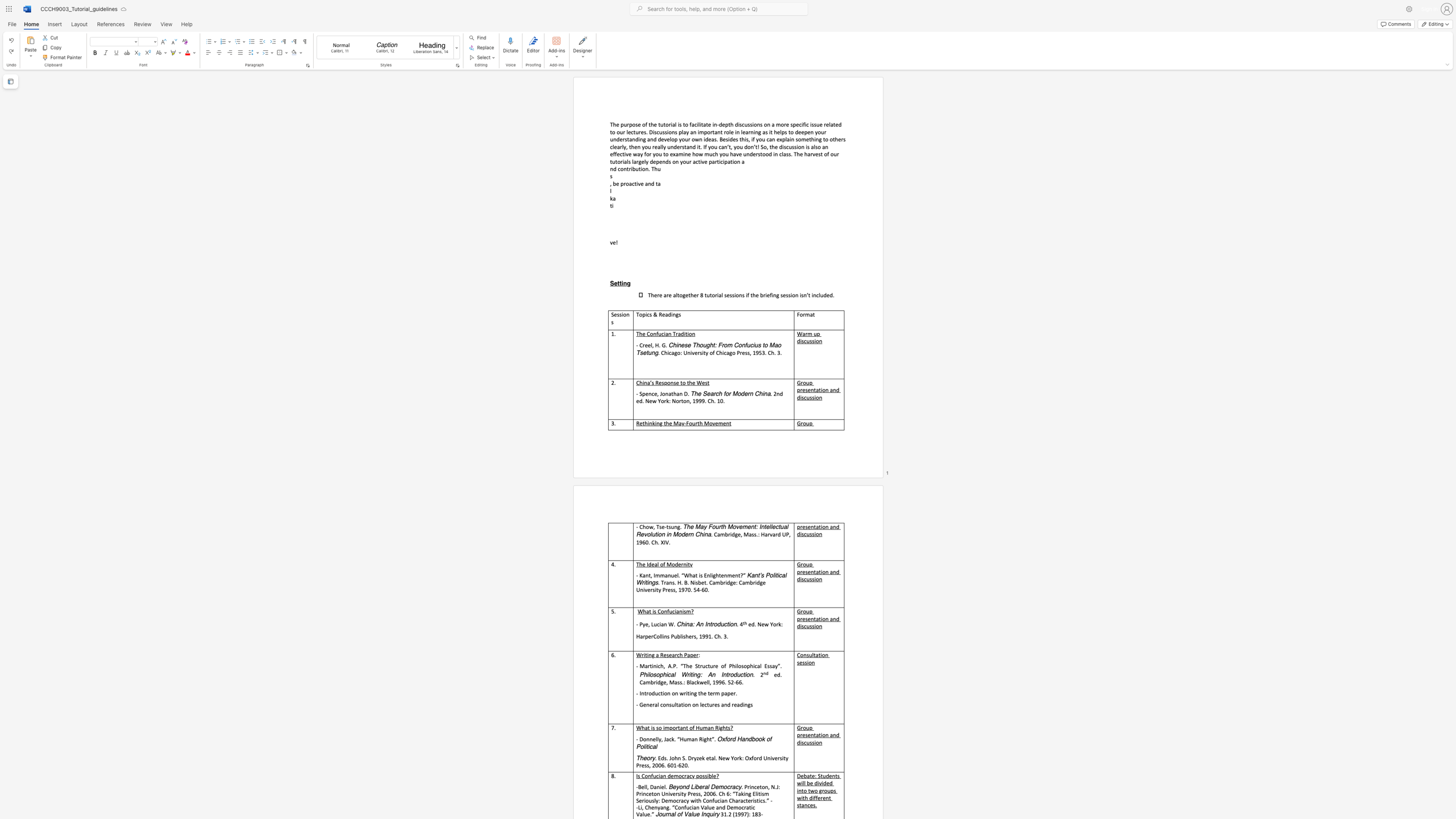 The image size is (1456, 819). Describe the element at coordinates (816, 295) in the screenshot. I see `the subset text "cl" within the text "There are altogether 8 tutorial sessions if the briefing session isn’t included."` at that location.